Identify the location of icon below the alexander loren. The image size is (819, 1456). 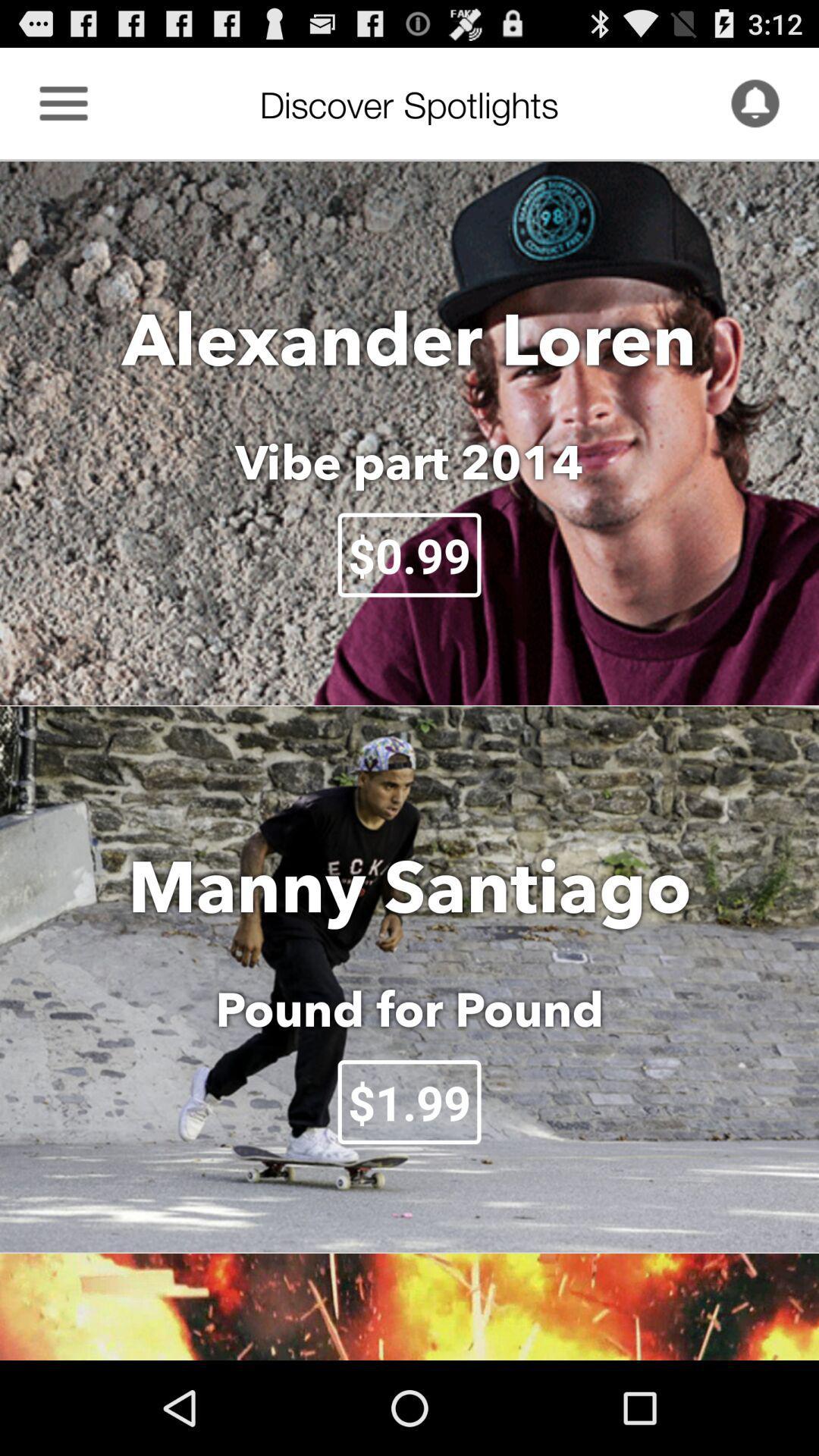
(409, 461).